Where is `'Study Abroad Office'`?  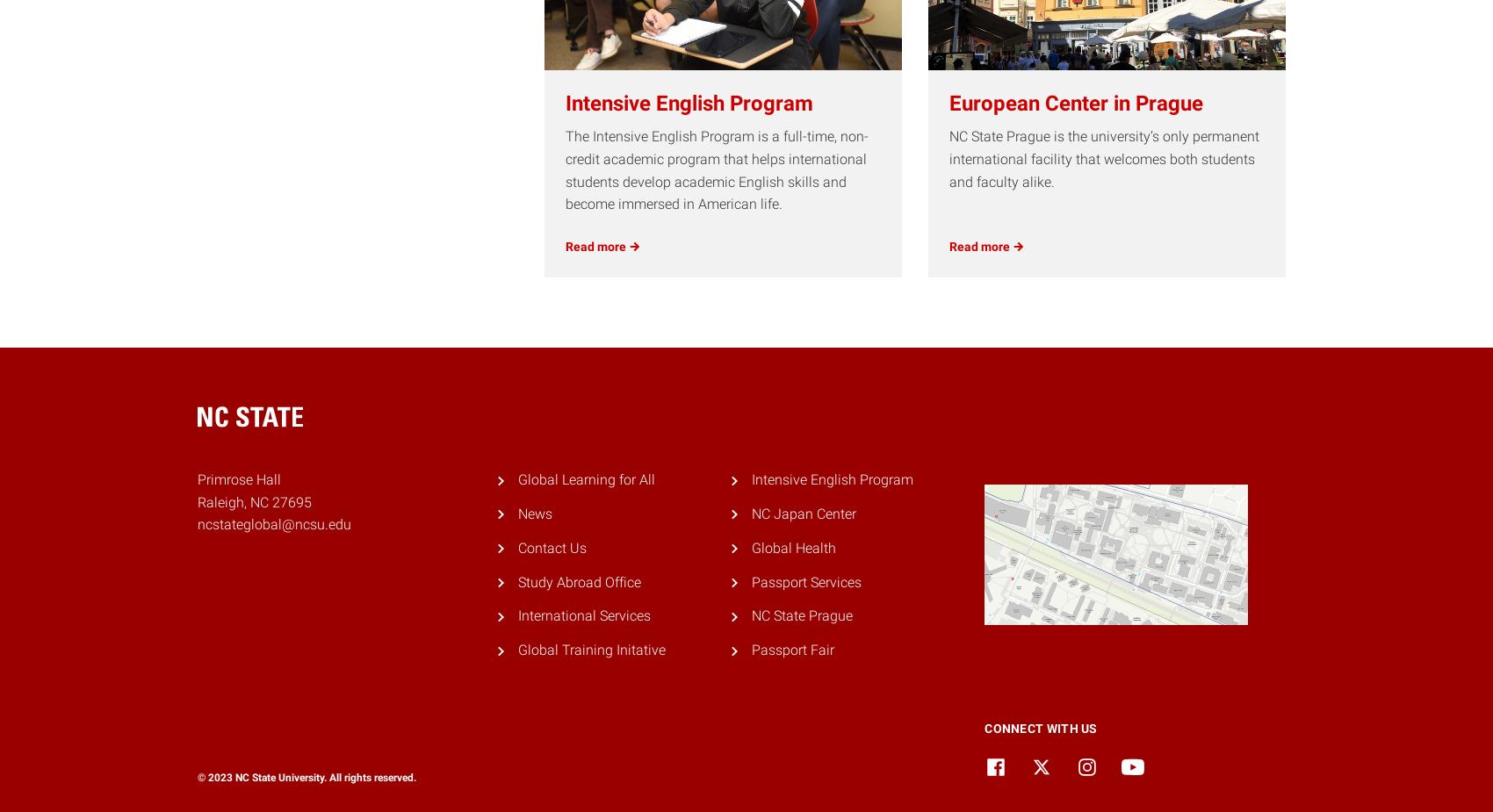 'Study Abroad Office' is located at coordinates (579, 581).